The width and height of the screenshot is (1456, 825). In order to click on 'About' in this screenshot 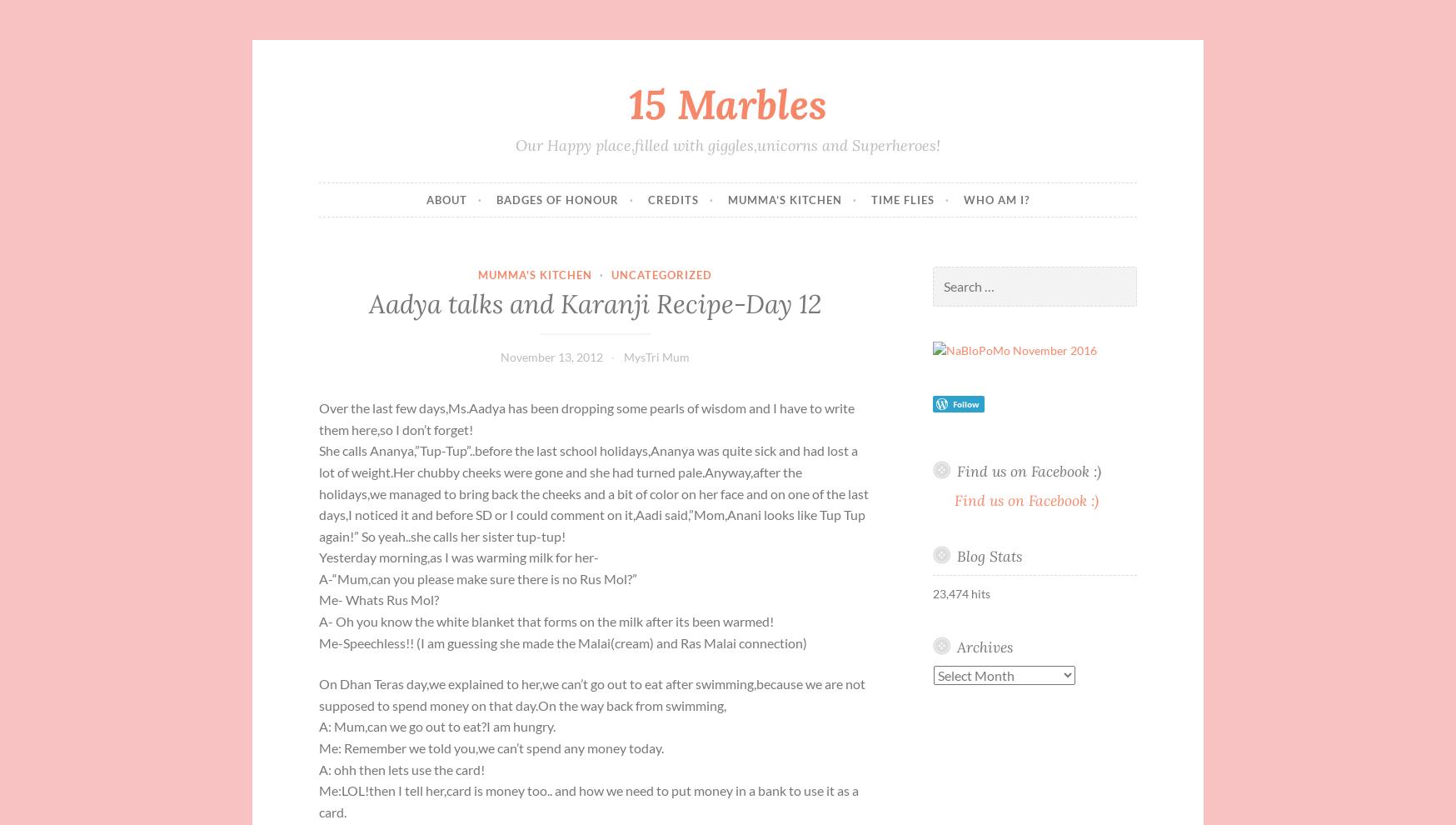, I will do `click(446, 197)`.